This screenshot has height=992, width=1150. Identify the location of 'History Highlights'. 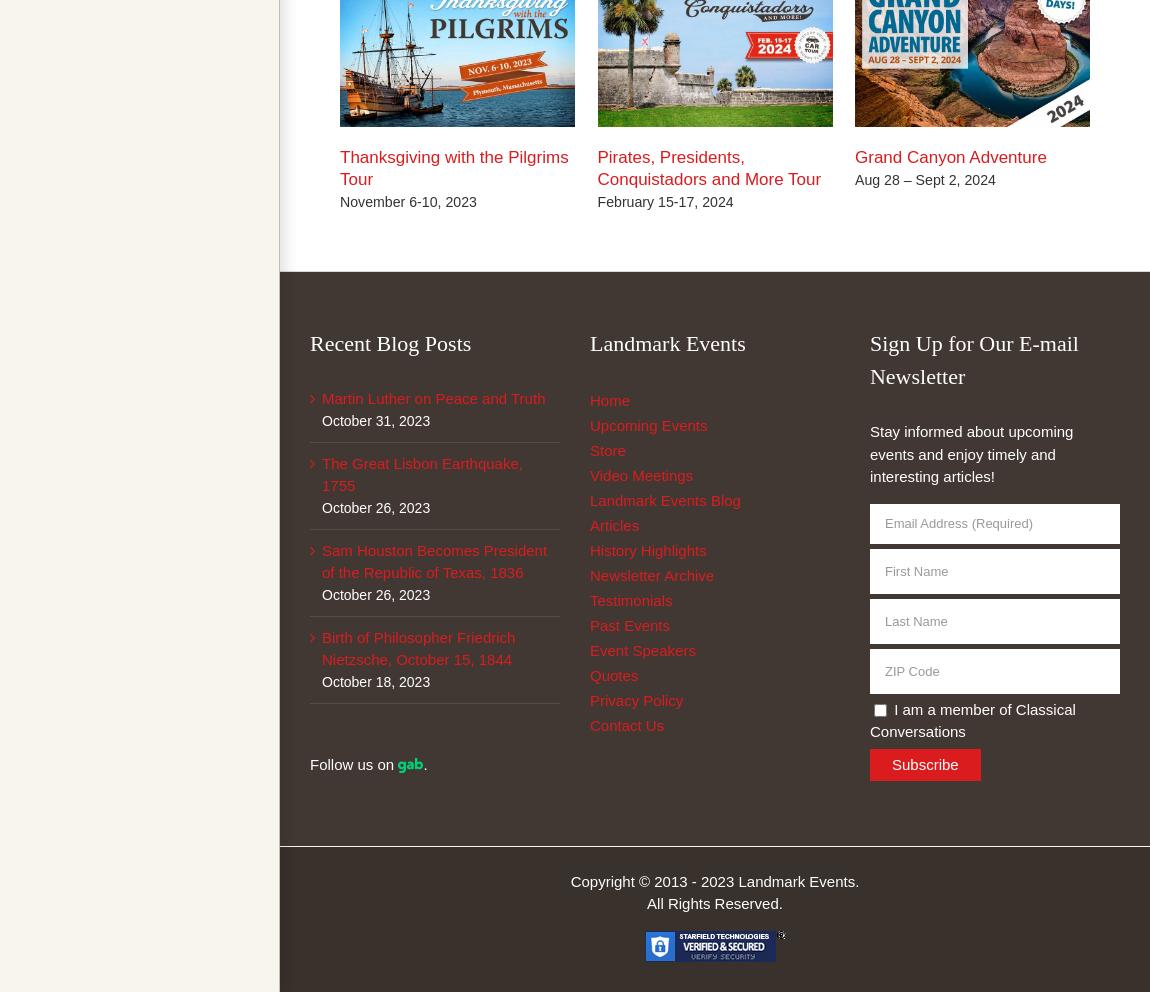
(588, 550).